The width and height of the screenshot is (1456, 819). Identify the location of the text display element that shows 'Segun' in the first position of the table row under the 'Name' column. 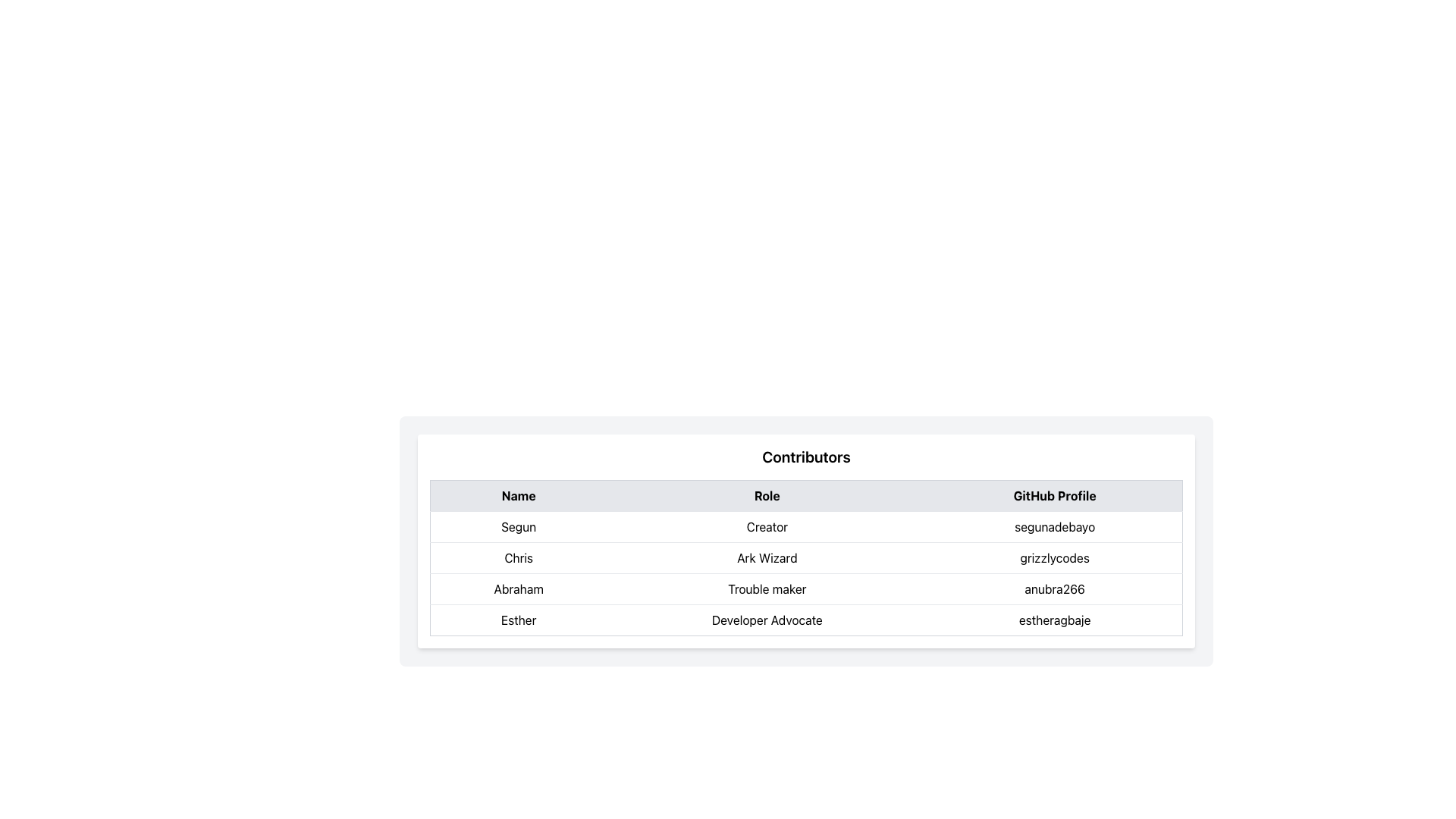
(518, 526).